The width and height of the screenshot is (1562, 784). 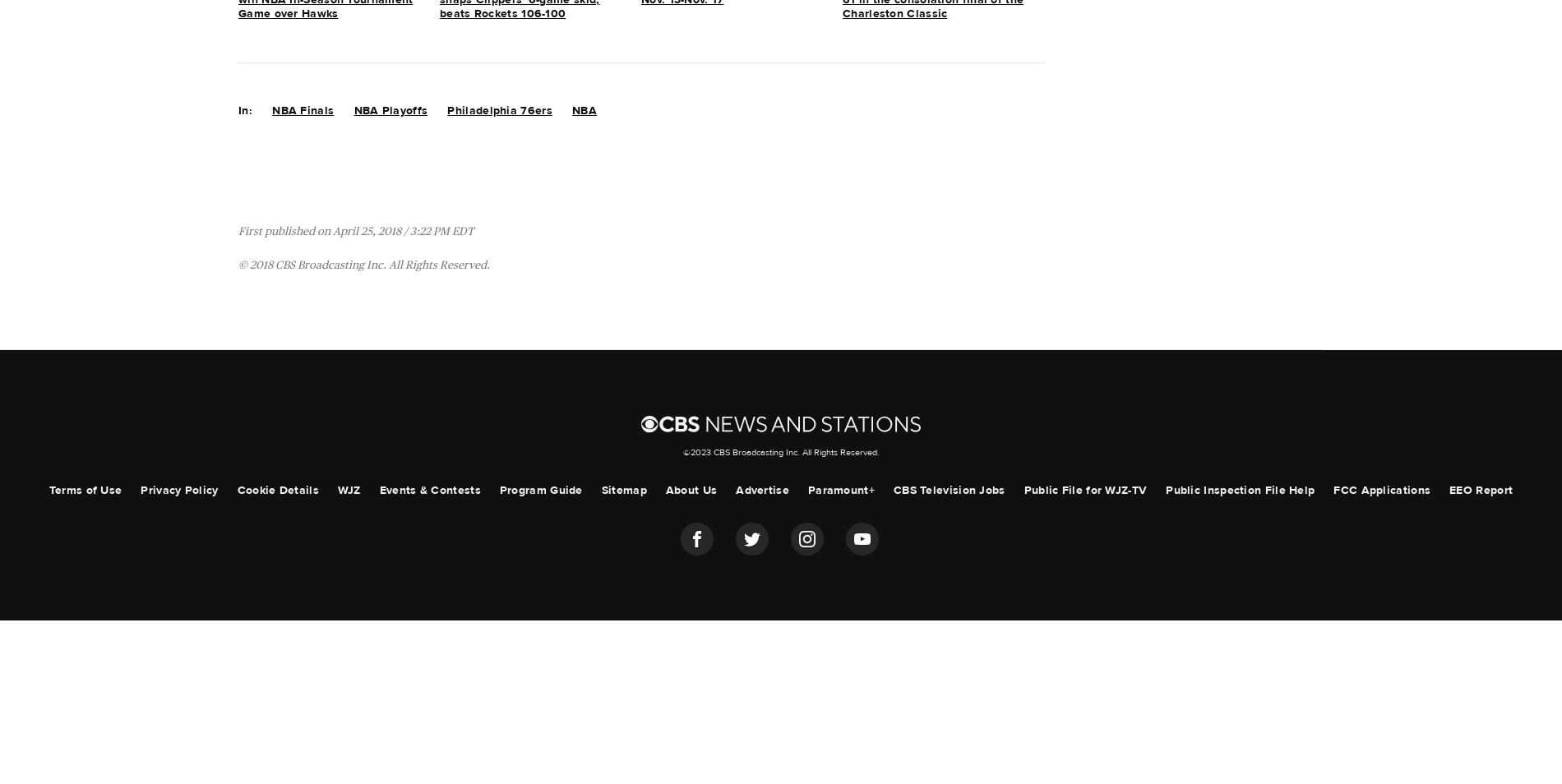 I want to click on 'Program Guide', so click(x=540, y=488).